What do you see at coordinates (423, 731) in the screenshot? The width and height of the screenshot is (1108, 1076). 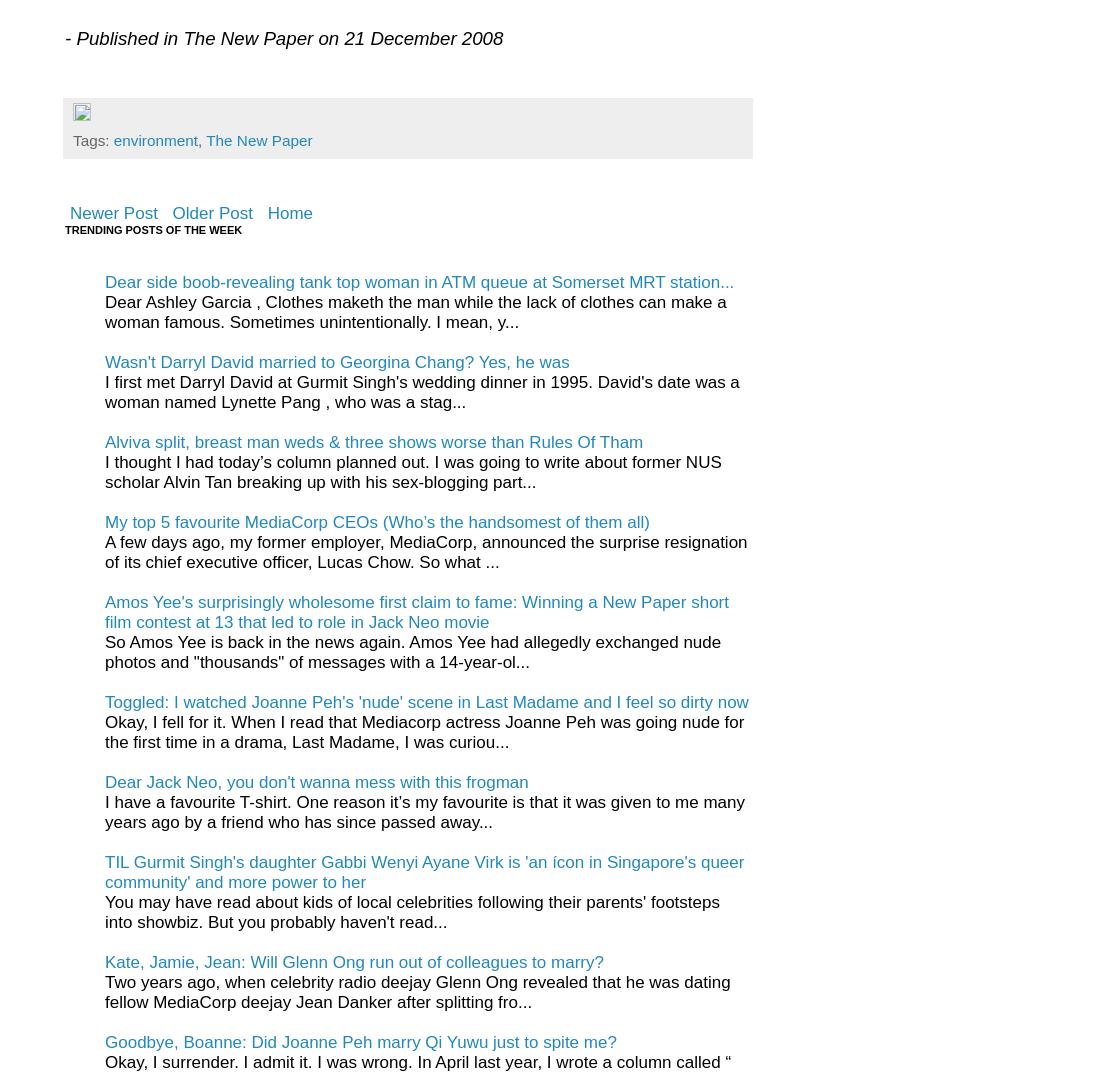 I see `'Okay, I fell for it.   When I read that Mediacorp actress Joanne Peh was going nude for the first time in a drama, Last Madame, I was curiou...'` at bounding box center [423, 731].